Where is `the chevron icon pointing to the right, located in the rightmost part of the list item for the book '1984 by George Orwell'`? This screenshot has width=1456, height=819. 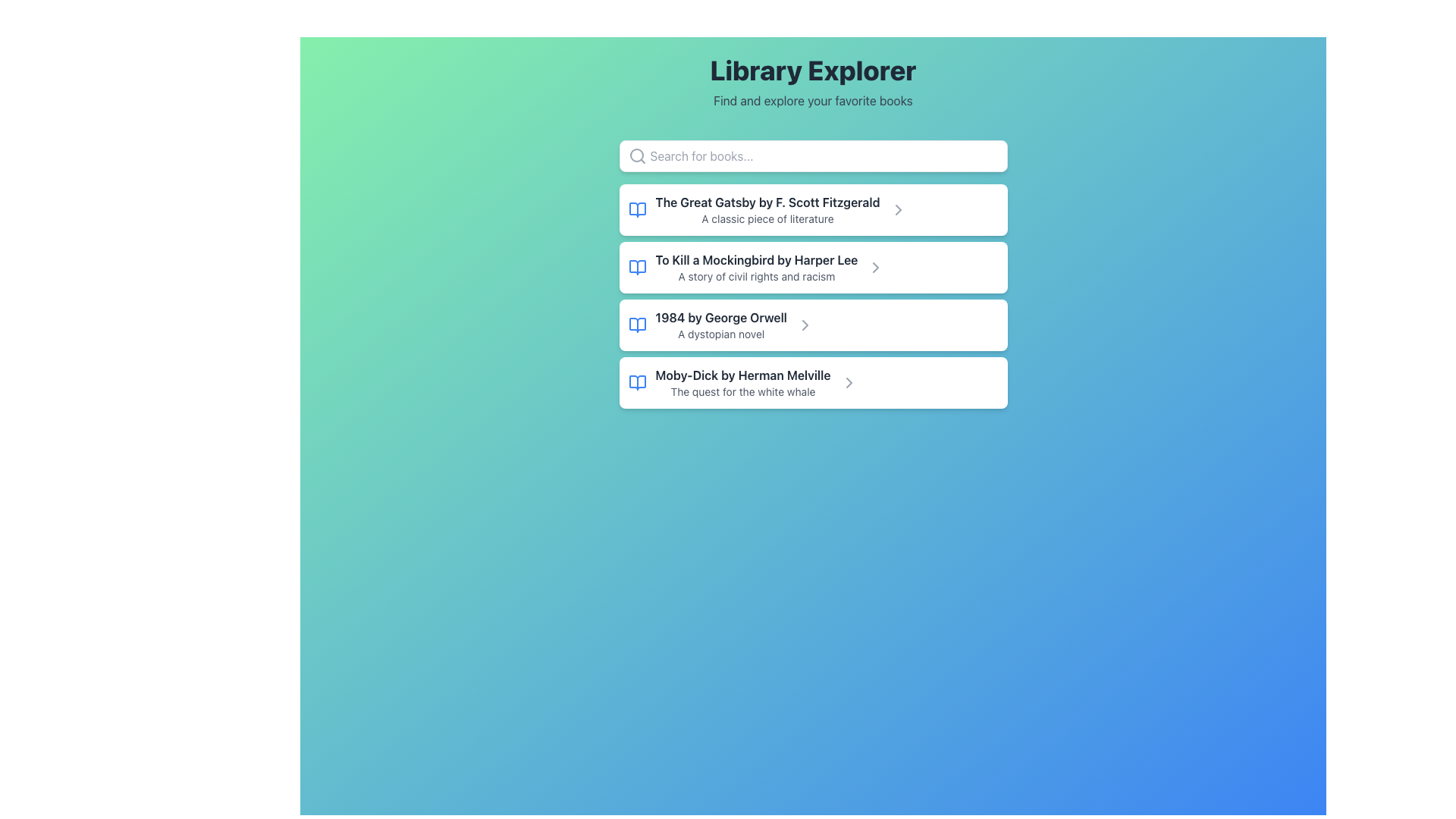 the chevron icon pointing to the right, located in the rightmost part of the list item for the book '1984 by George Orwell' is located at coordinates (804, 324).